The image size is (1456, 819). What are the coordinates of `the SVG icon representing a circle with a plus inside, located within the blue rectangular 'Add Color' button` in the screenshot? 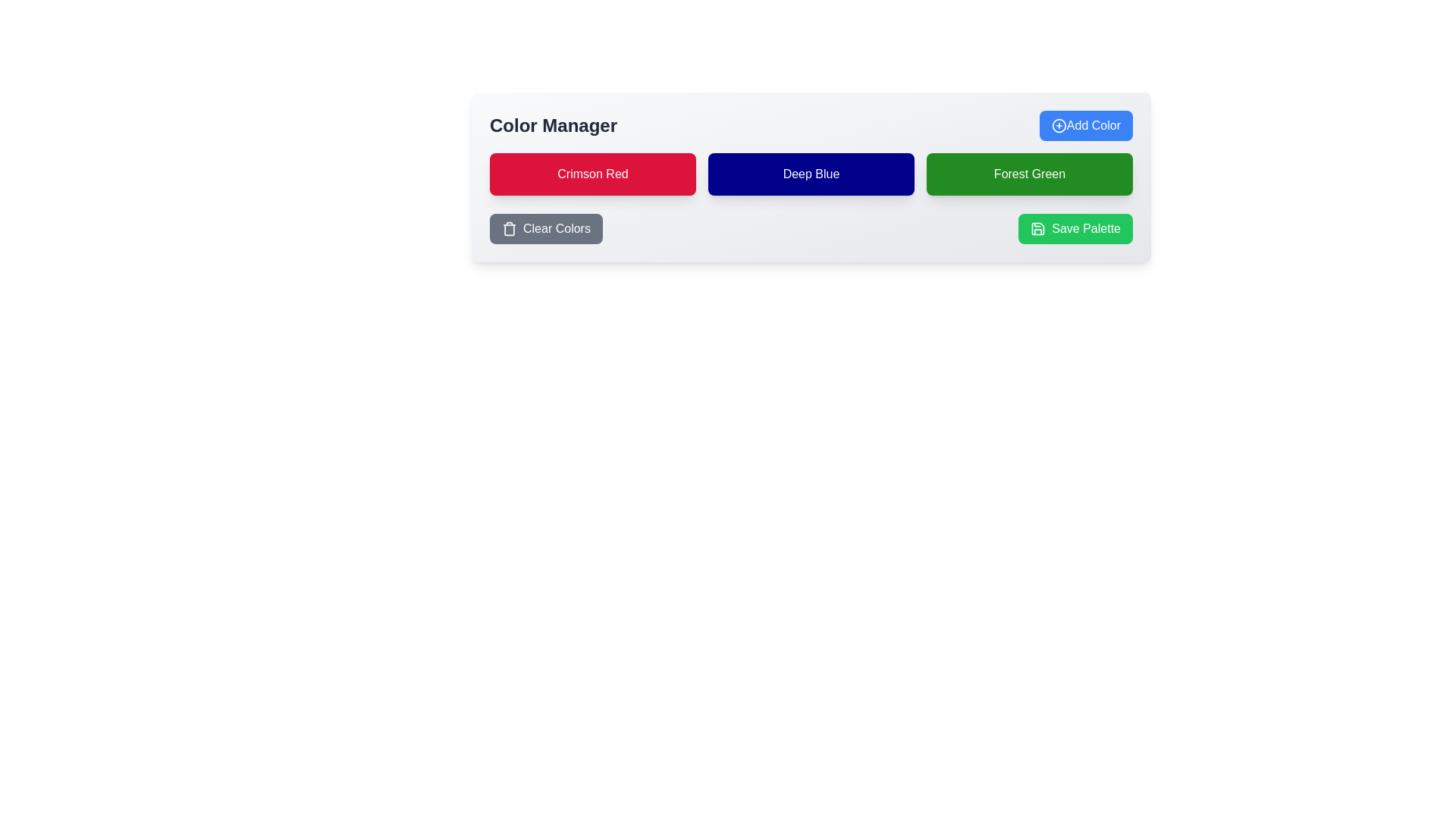 It's located at (1058, 124).